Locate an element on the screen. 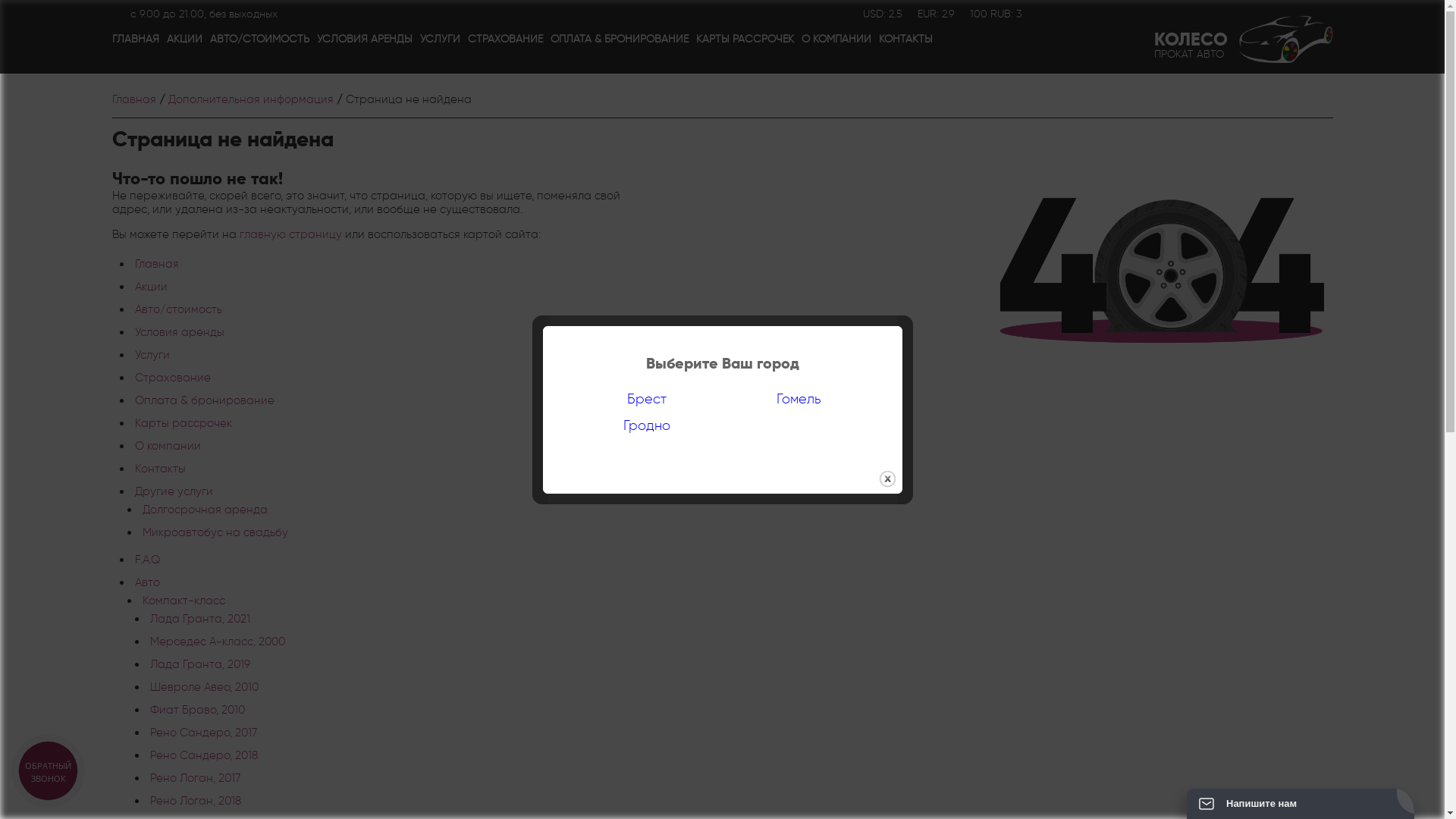 The width and height of the screenshot is (1456, 819). 'F.A.Q' is located at coordinates (147, 559).